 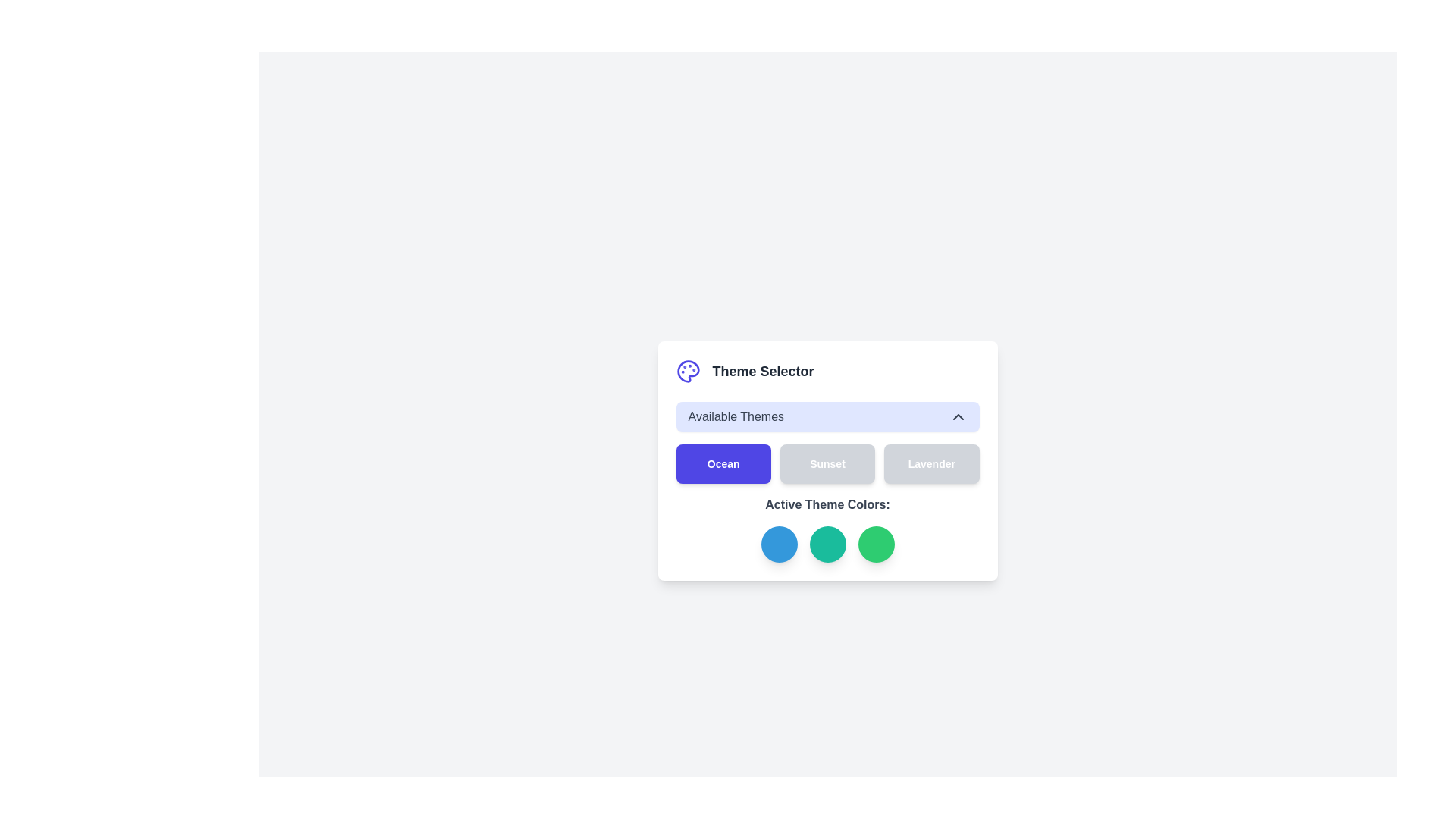 I want to click on the rightmost button labeled 'Lavender', so click(x=930, y=463).